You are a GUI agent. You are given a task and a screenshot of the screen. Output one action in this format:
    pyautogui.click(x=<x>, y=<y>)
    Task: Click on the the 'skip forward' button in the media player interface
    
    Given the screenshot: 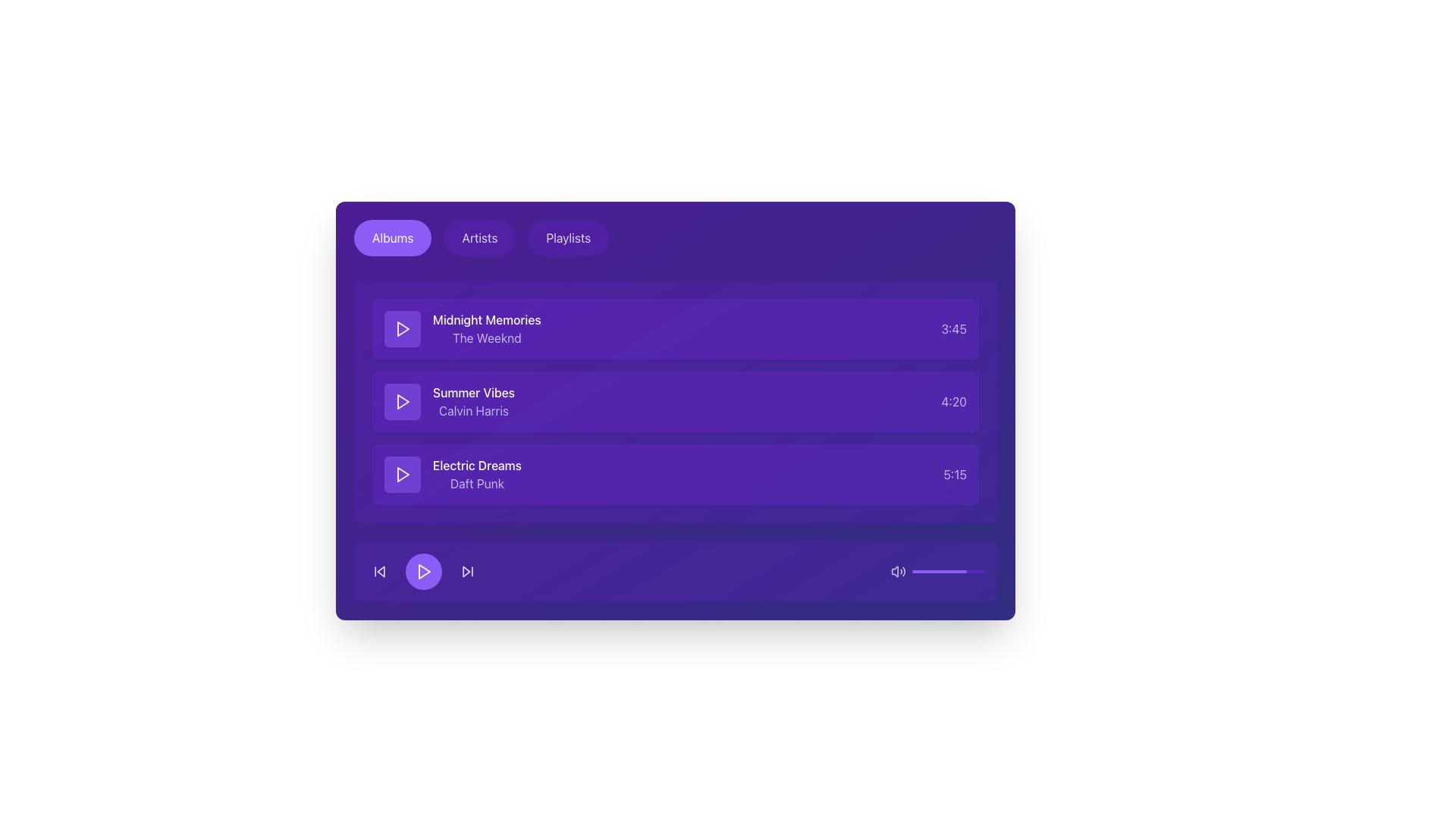 What is the action you would take?
    pyautogui.click(x=466, y=571)
    